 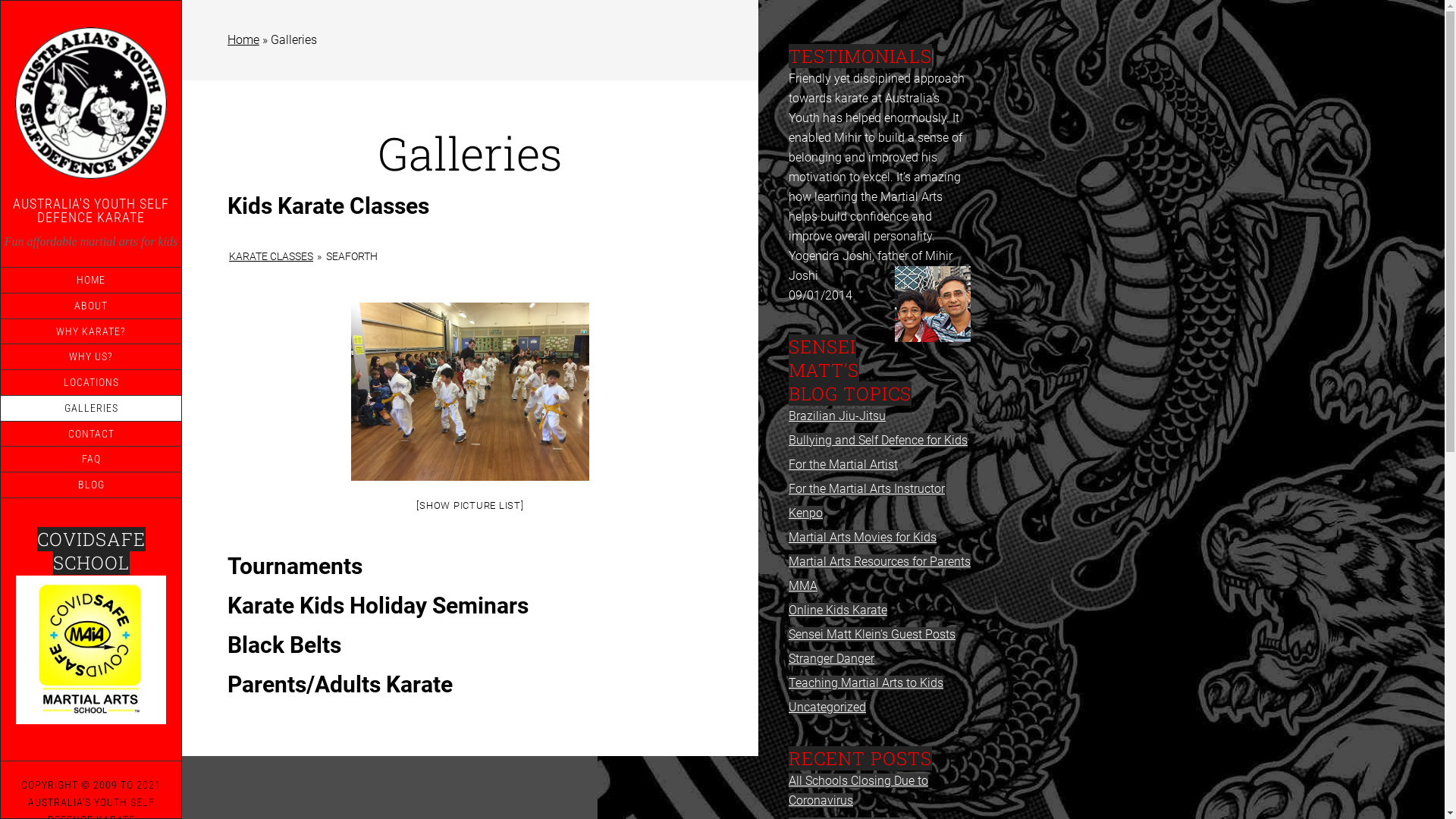 I want to click on 'Brazilian Jiu-Jitsu', so click(x=789, y=416).